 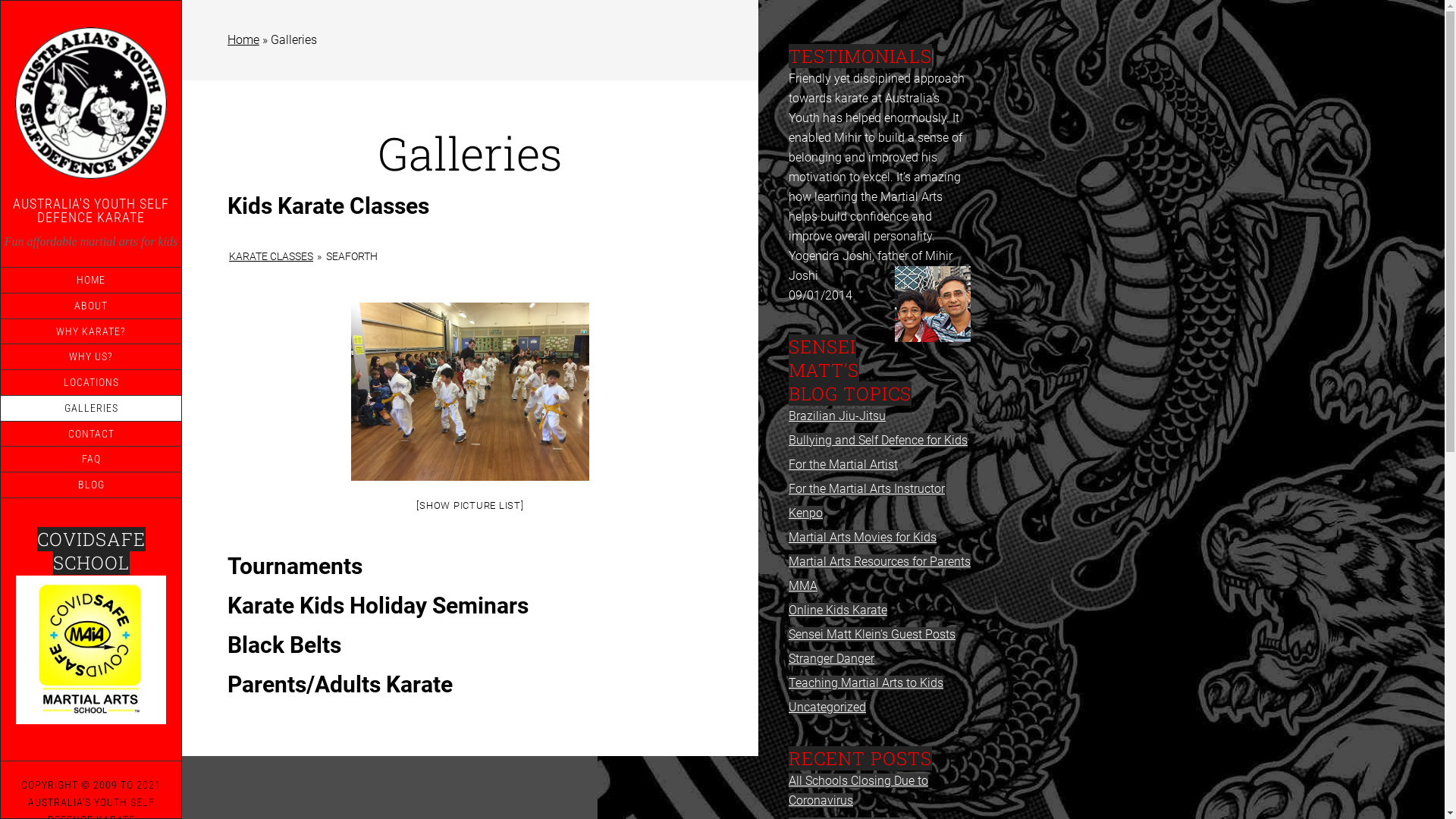 I want to click on 'Brazilian Jiu-Jitsu', so click(x=789, y=416).